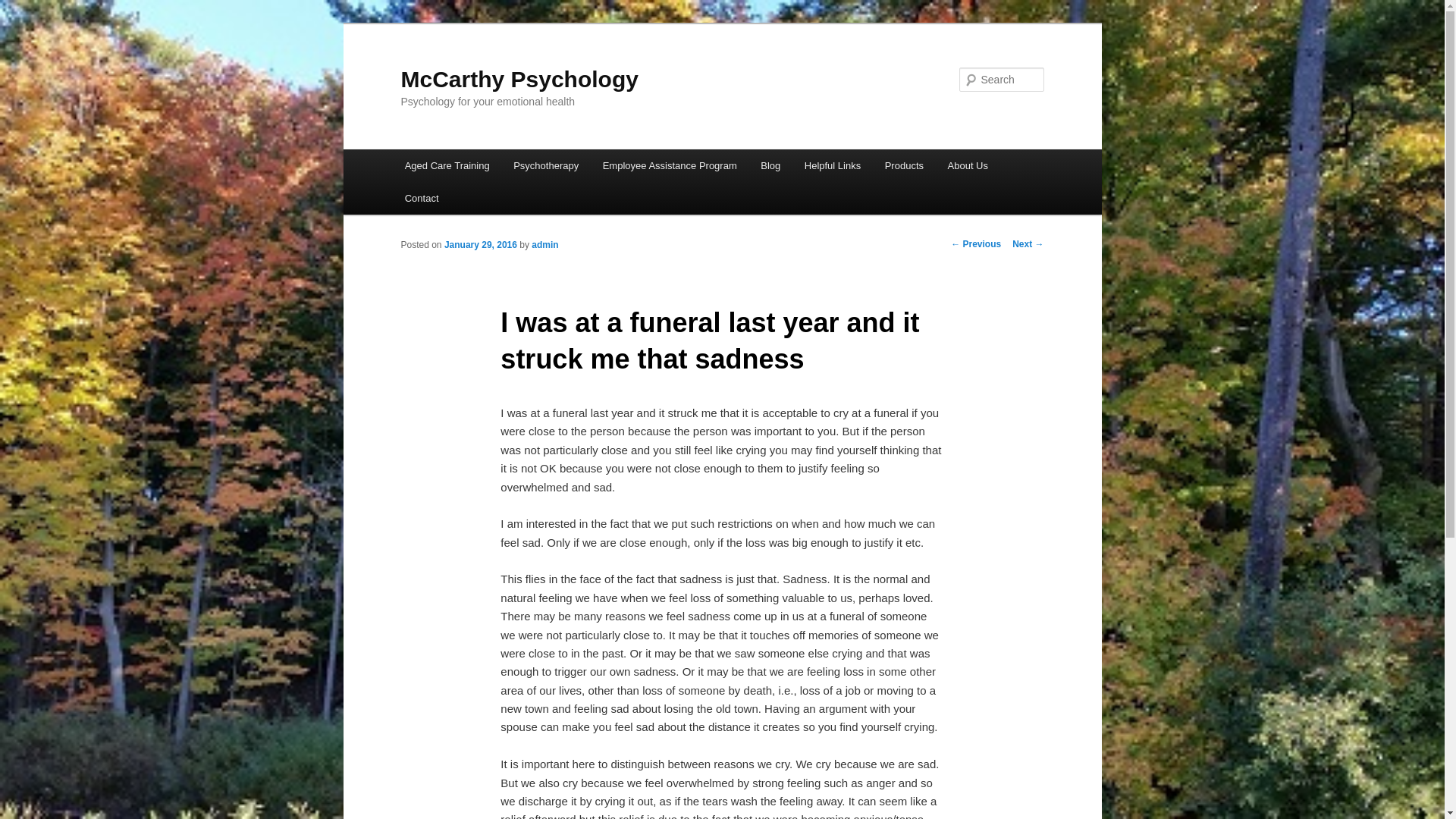 The width and height of the screenshot is (1456, 819). What do you see at coordinates (23, 23) in the screenshot?
I see `'Skip to primary content'` at bounding box center [23, 23].